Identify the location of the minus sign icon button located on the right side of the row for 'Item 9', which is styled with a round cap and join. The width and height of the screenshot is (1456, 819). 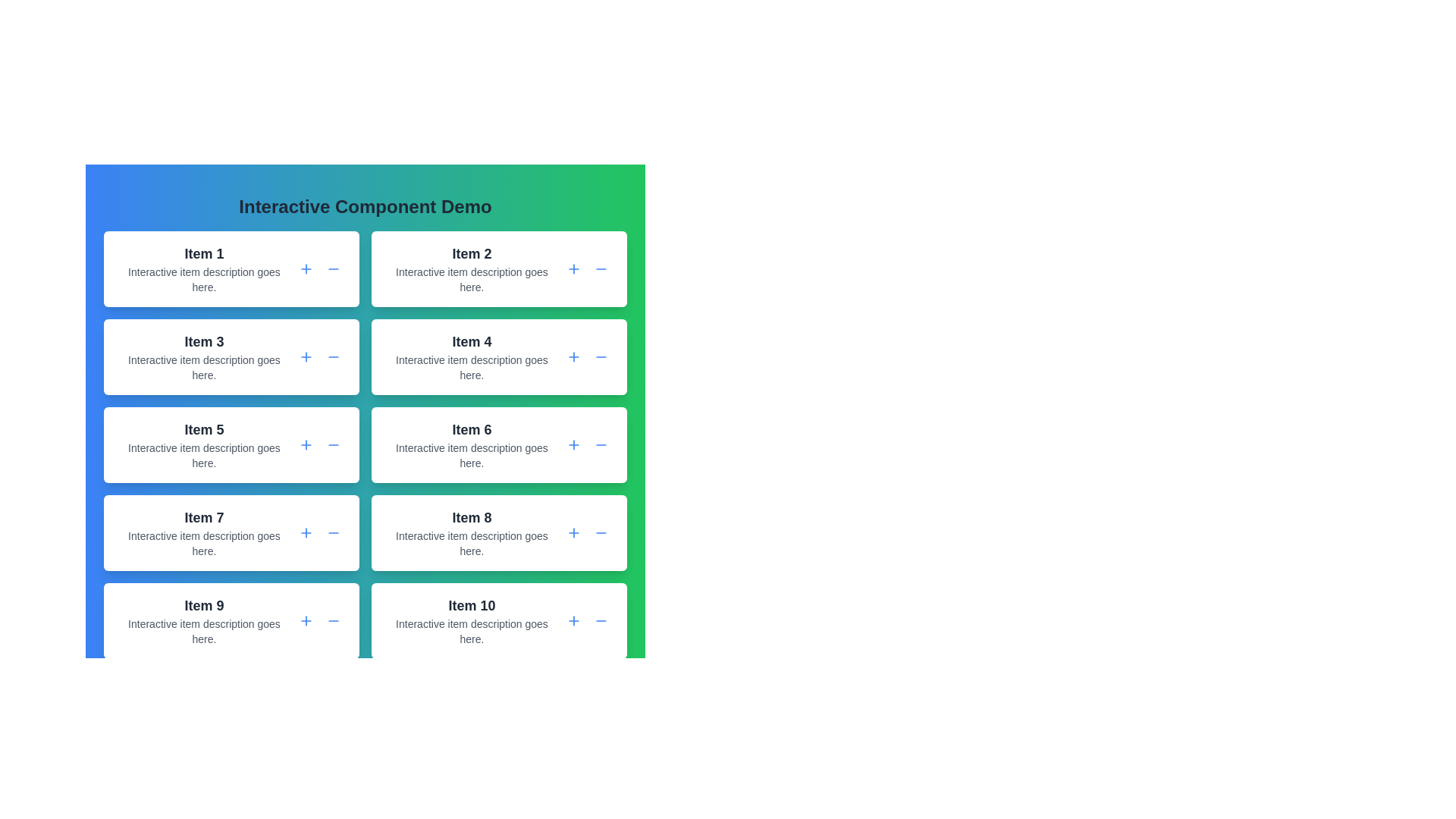
(333, 620).